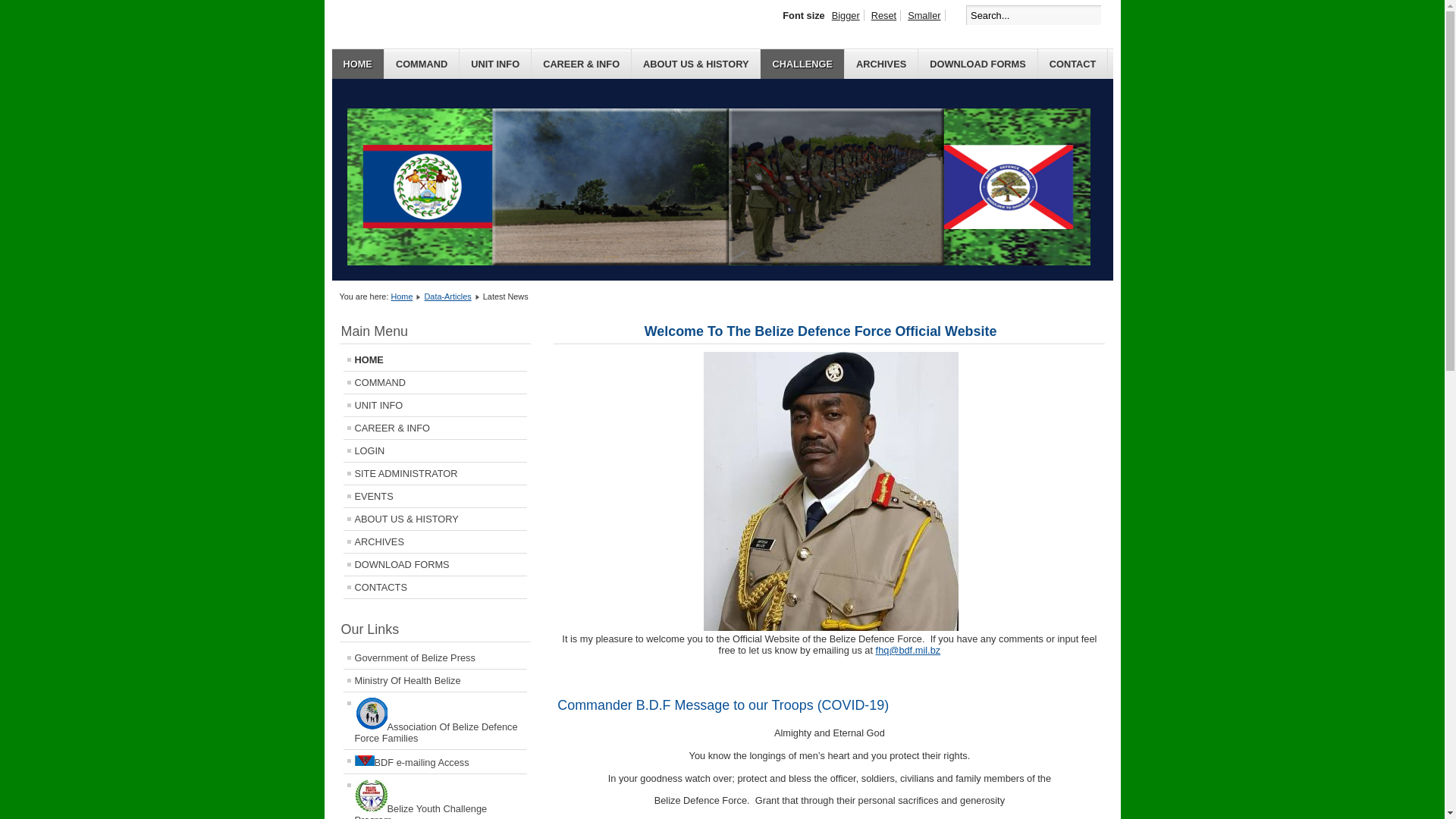 This screenshot has width=1456, height=819. I want to click on 'ARCHIVES', so click(341, 541).